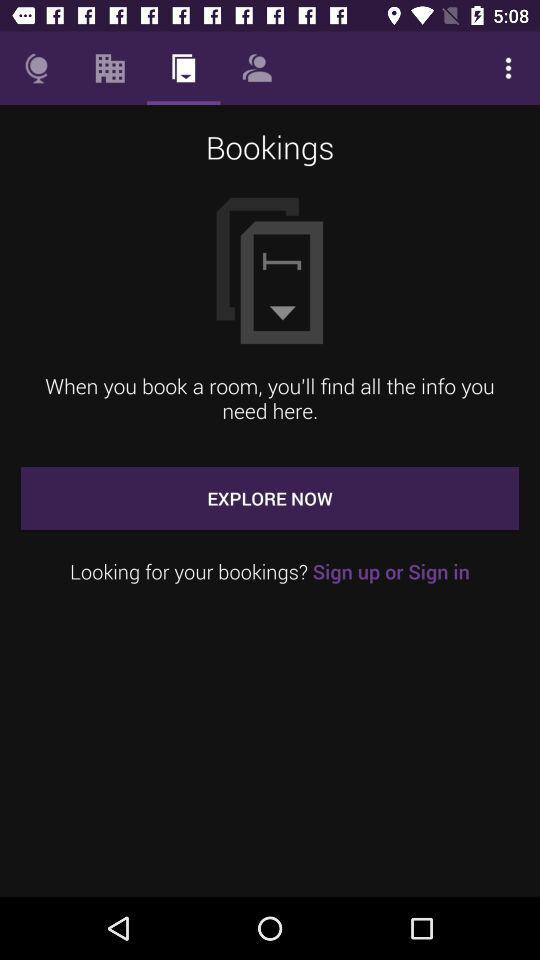  Describe the element at coordinates (270, 571) in the screenshot. I see `looking for your icon` at that location.